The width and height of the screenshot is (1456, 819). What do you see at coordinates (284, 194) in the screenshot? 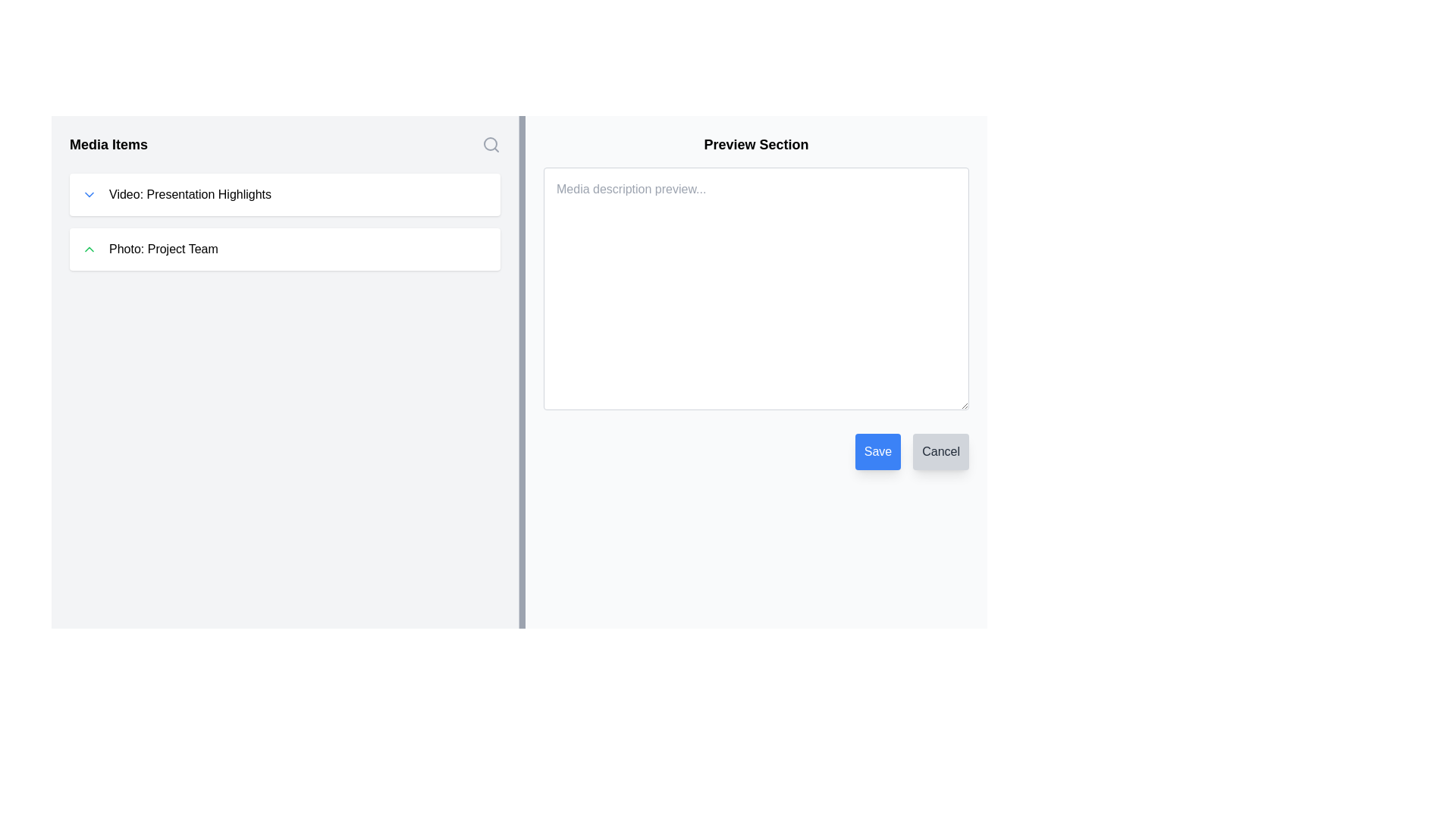
I see `the collapsible entry for the media item titled 'Video: Presentation Highlights' to expand and access additional options or details` at bounding box center [284, 194].